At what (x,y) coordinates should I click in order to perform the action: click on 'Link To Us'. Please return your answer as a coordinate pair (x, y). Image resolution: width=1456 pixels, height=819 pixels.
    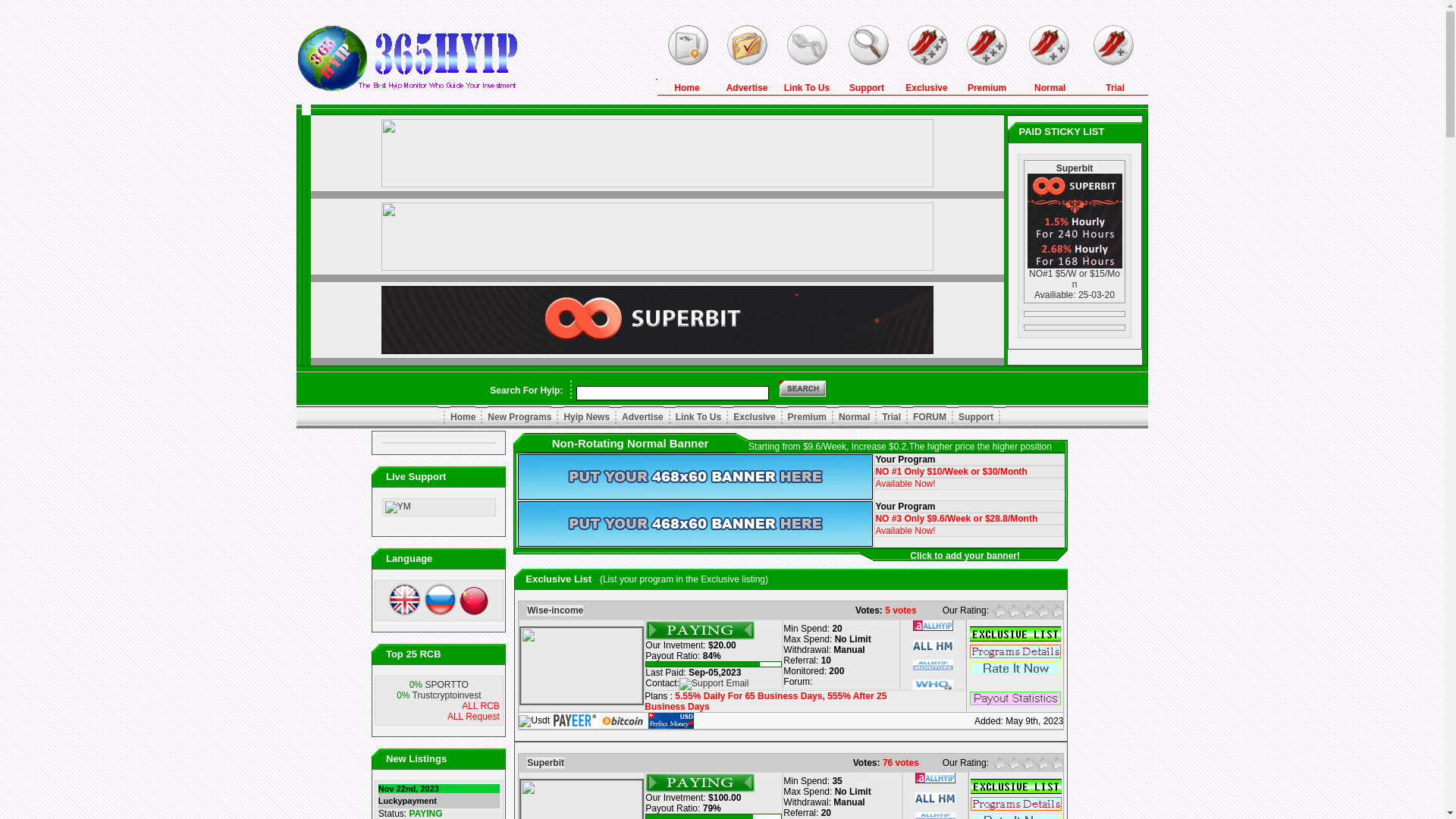
    Looking at the image, I should click on (806, 87).